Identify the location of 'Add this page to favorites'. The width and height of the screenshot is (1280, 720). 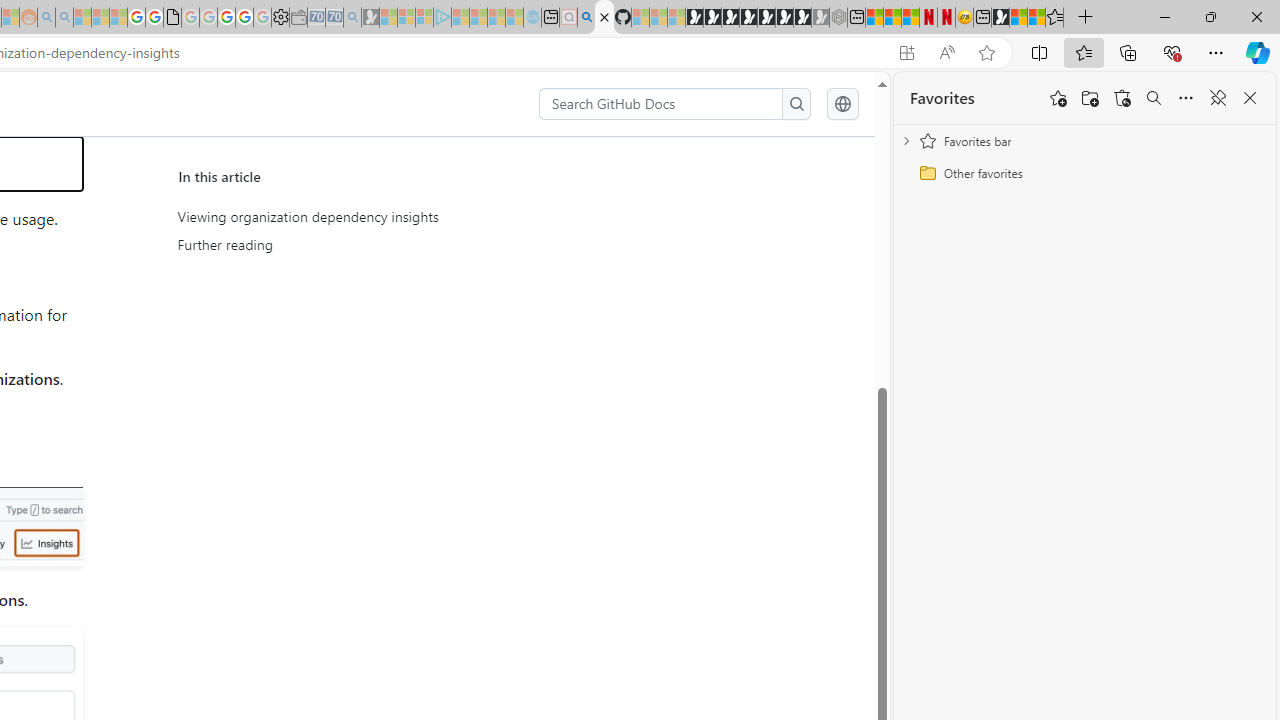
(1057, 98).